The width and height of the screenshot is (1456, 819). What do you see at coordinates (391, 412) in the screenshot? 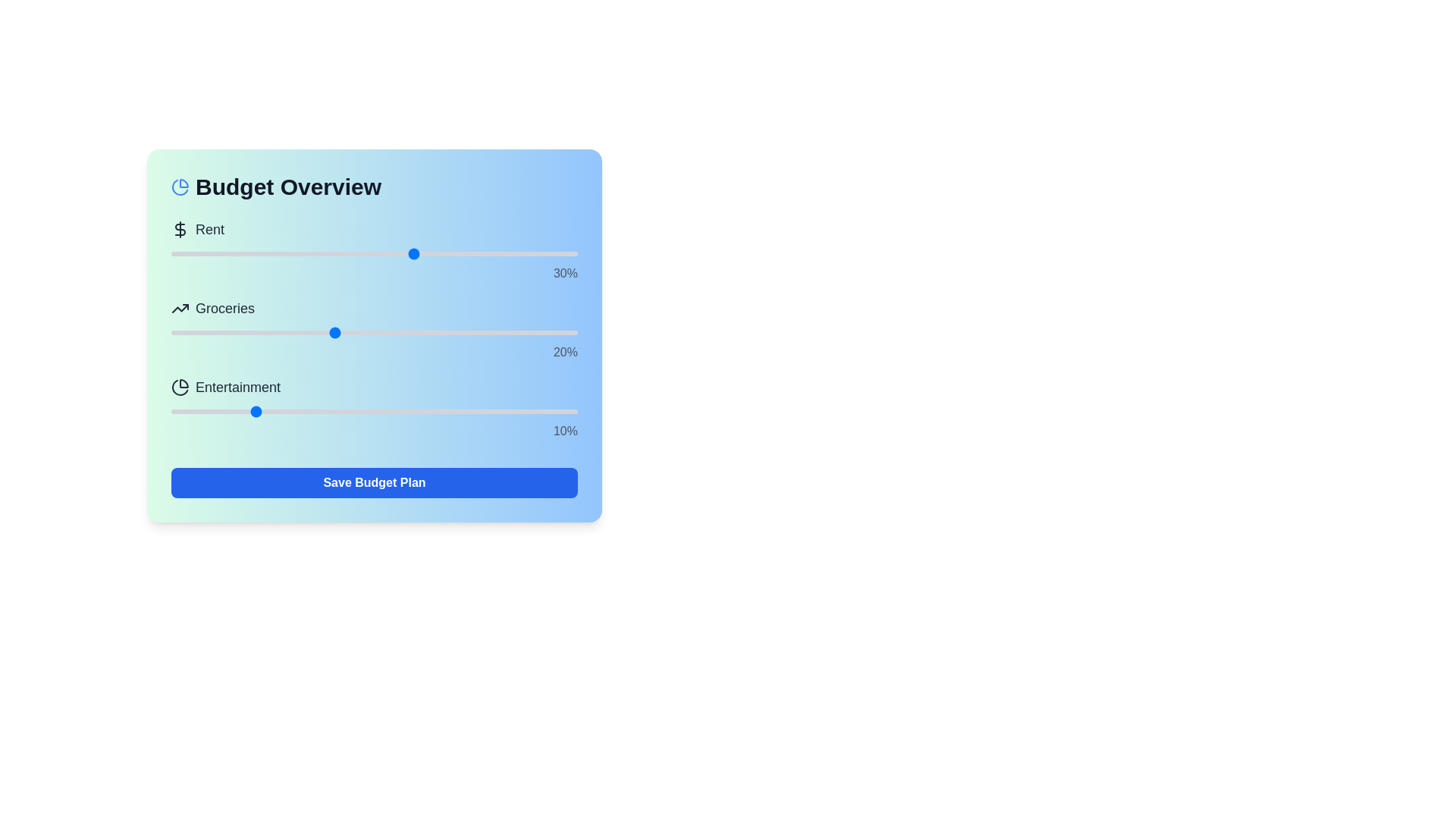
I see `the 'Entertainment' slider` at bounding box center [391, 412].